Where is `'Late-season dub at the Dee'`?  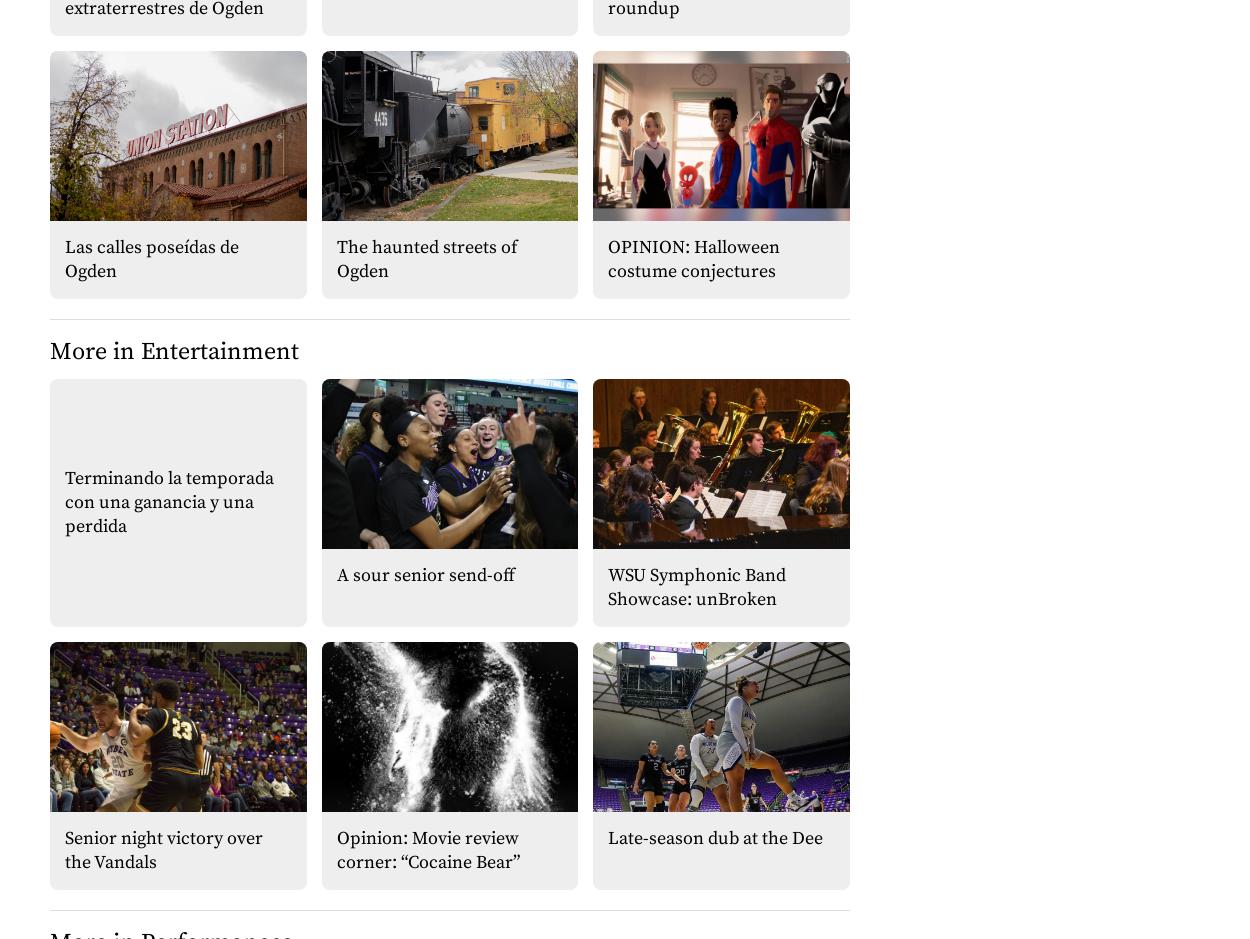
'Late-season dub at the Dee' is located at coordinates (714, 836).